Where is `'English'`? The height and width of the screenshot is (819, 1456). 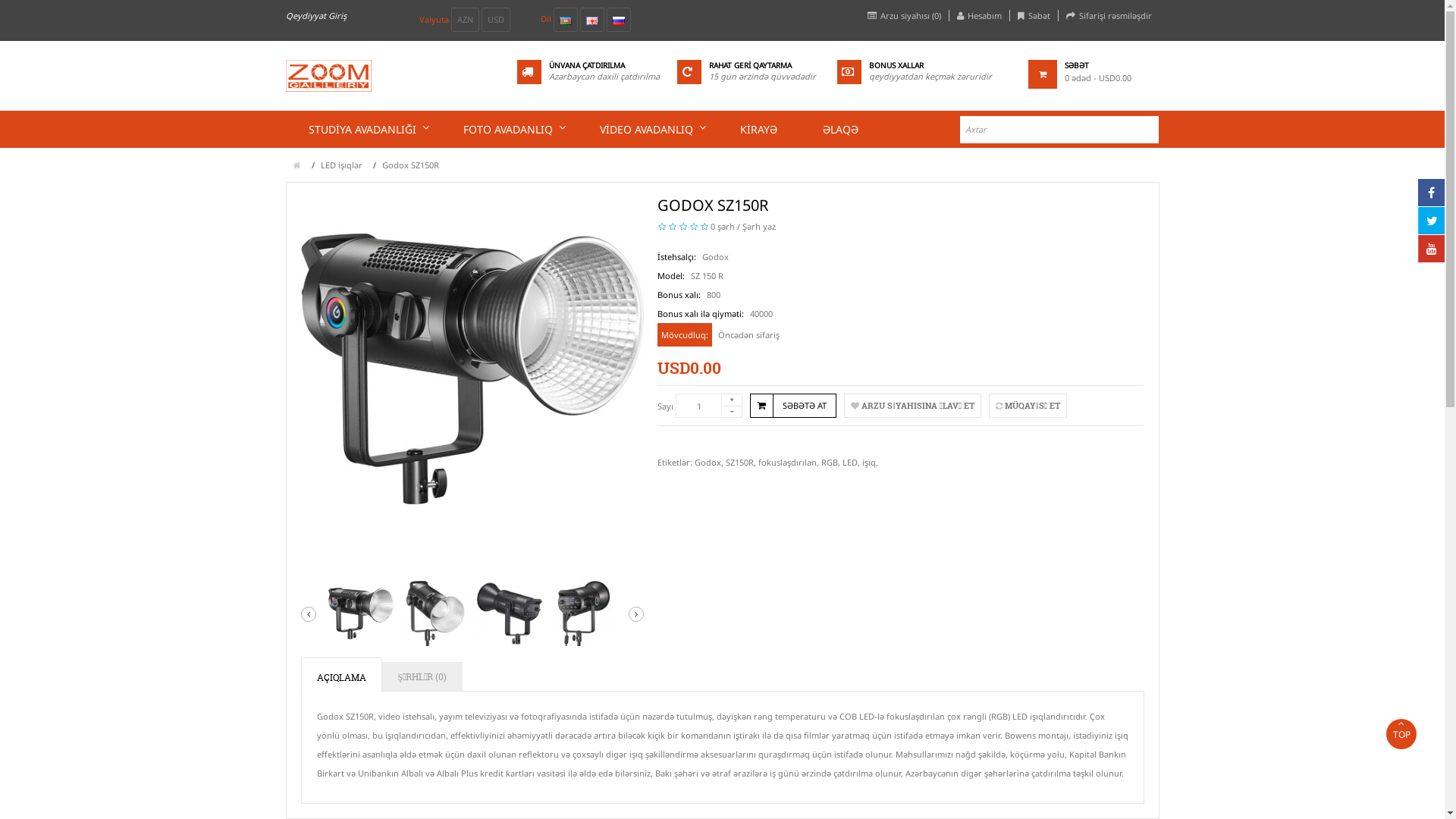 'English' is located at coordinates (590, 20).